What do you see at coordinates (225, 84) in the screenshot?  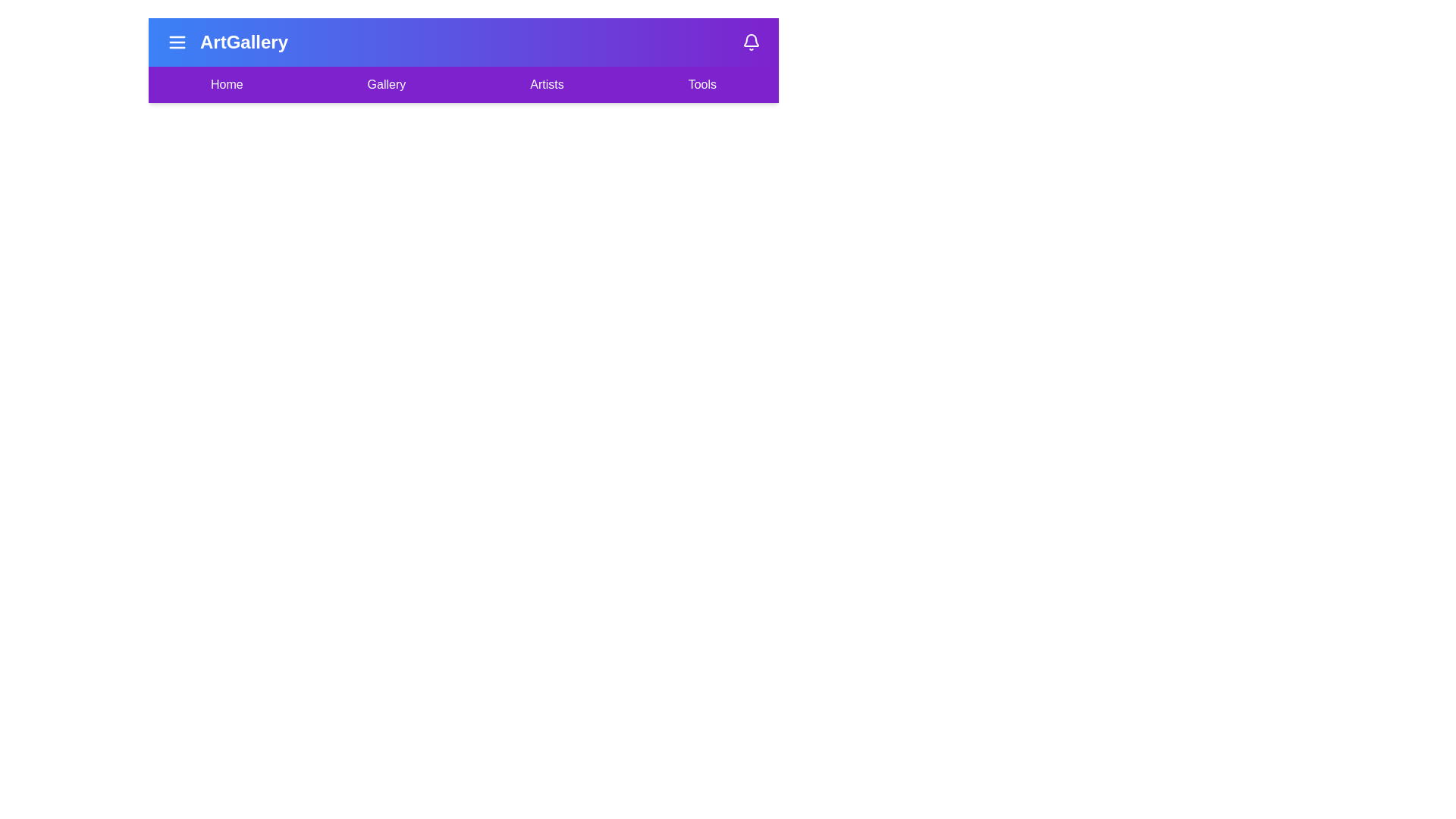 I see `the menu item labeled Home to navigate to the corresponding section` at bounding box center [225, 84].